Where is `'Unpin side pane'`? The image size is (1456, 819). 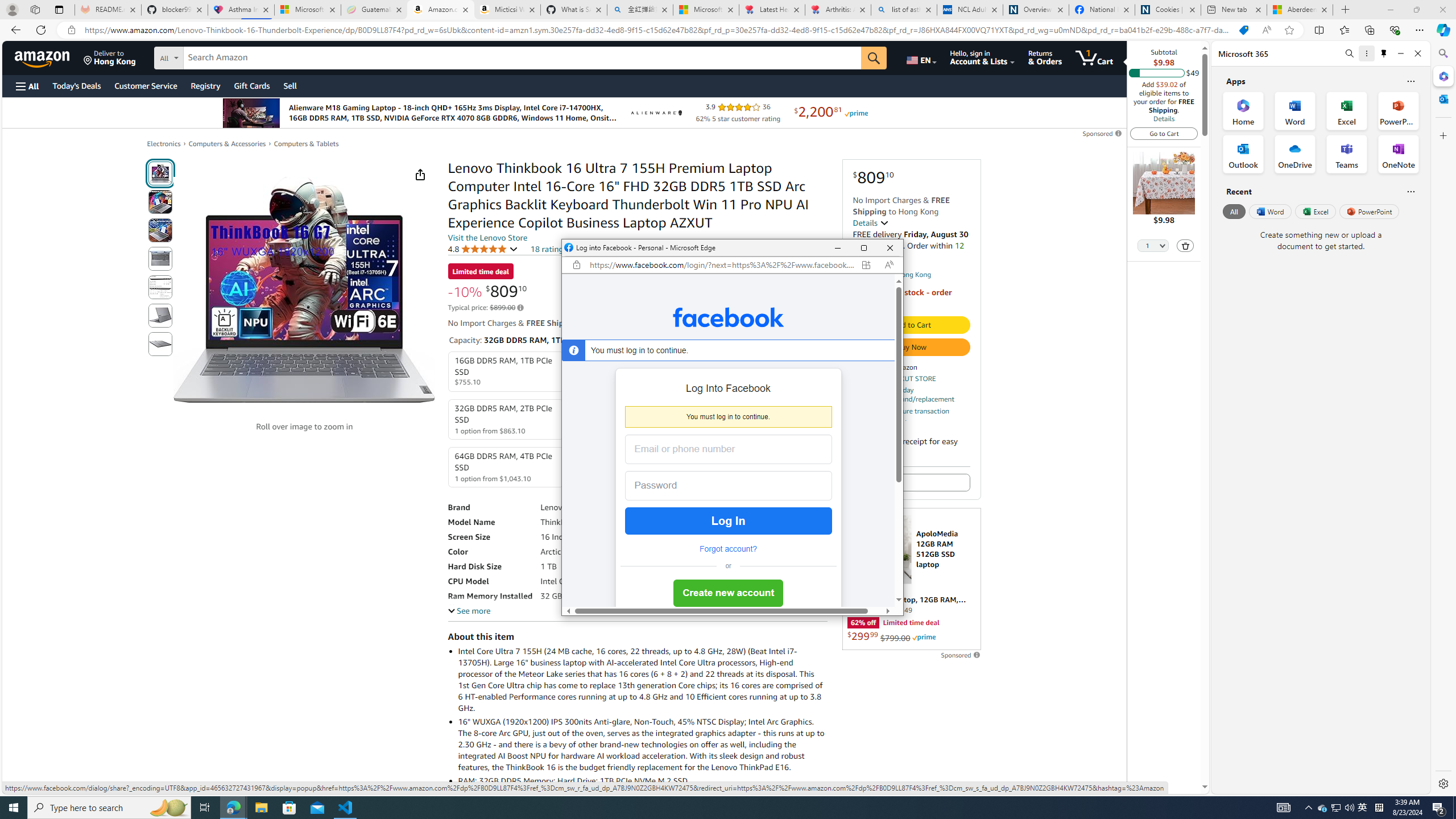 'Unpin side pane' is located at coordinates (1384, 53).